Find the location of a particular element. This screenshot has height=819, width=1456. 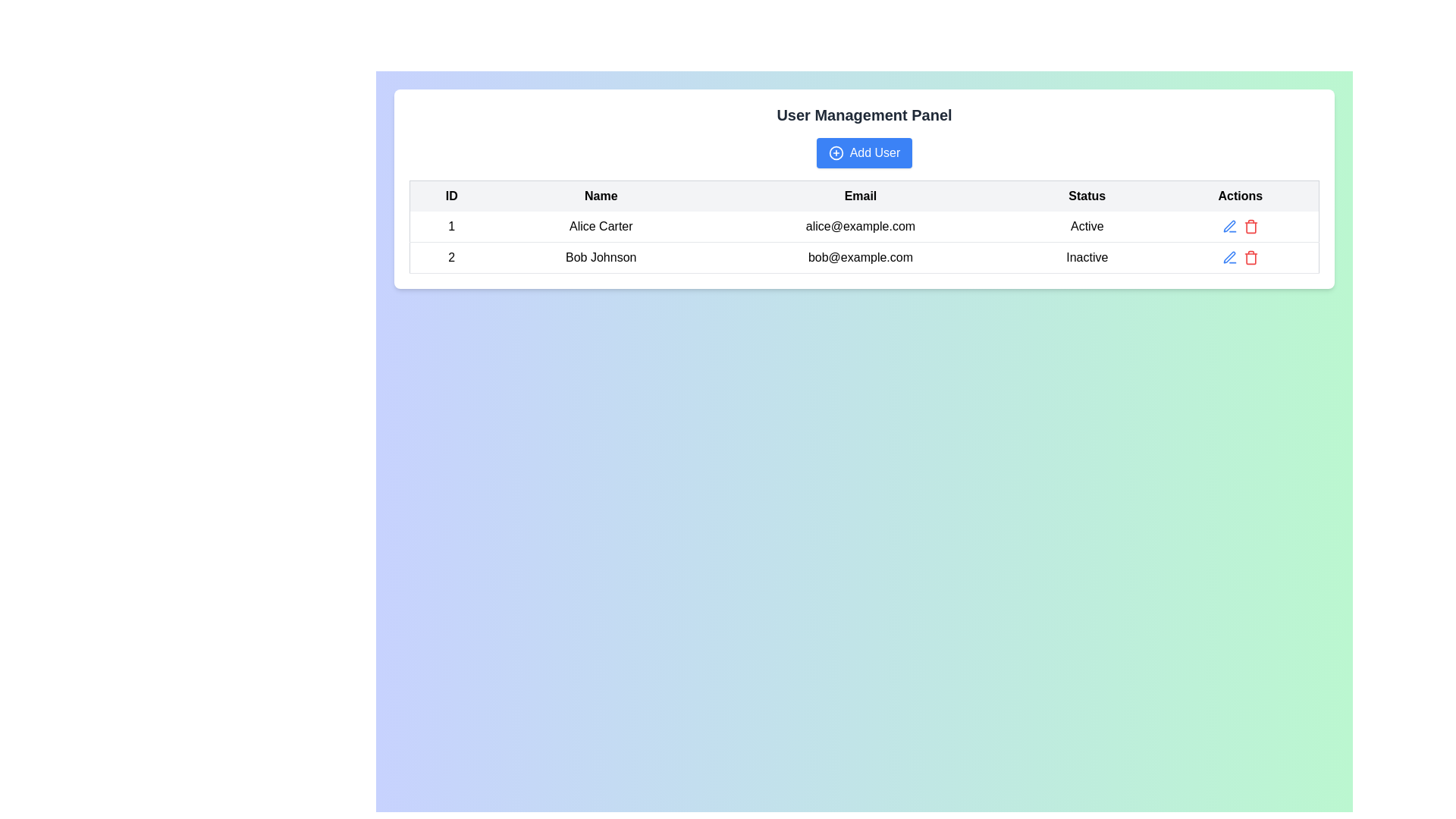

the Static Label displaying 'Inactive', which is located in the second row of the table under the 'Status' column is located at coordinates (1086, 256).